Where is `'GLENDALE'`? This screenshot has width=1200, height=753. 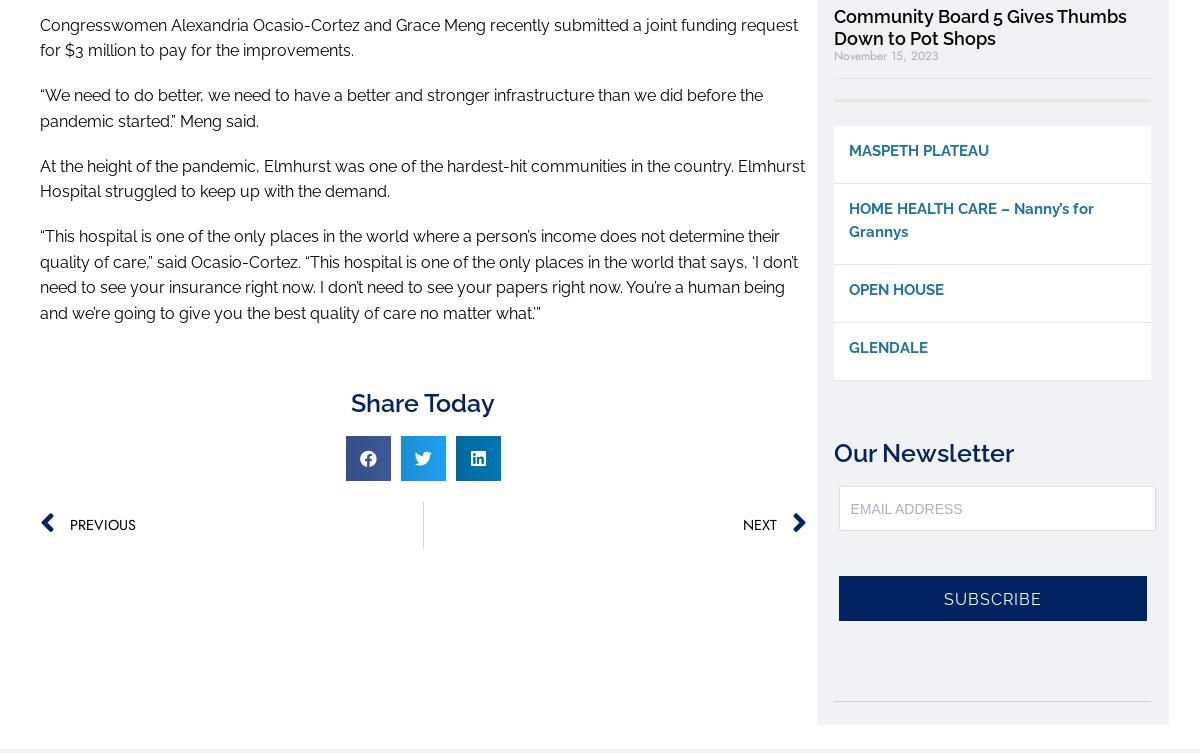 'GLENDALE' is located at coordinates (887, 348).